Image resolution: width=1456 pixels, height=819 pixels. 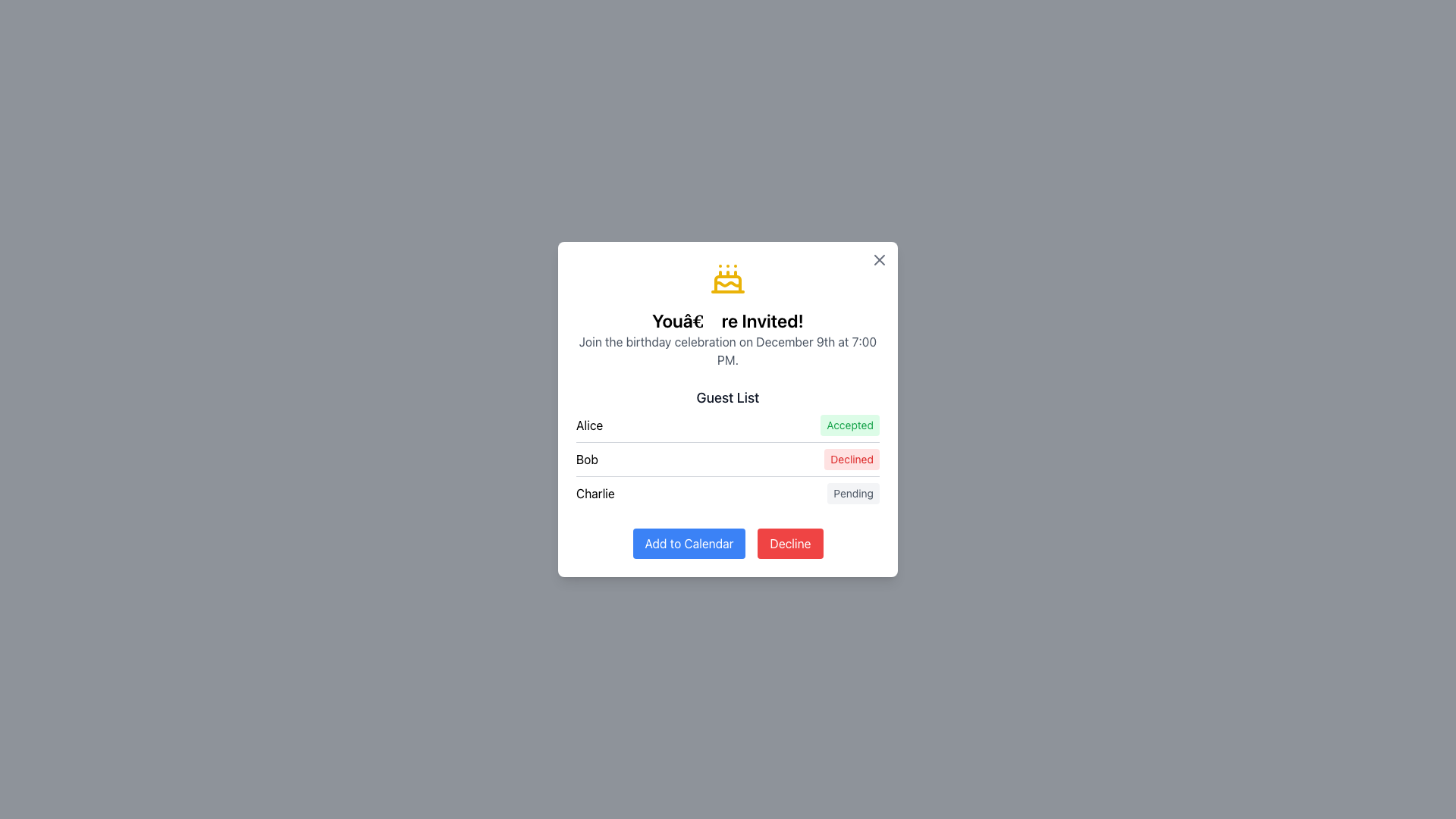 What do you see at coordinates (688, 543) in the screenshot?
I see `the 'Add to Calendar' button located at the bottom of the centered dialog box, directly to the left of the 'Decline' button, to observe the style change` at bounding box center [688, 543].